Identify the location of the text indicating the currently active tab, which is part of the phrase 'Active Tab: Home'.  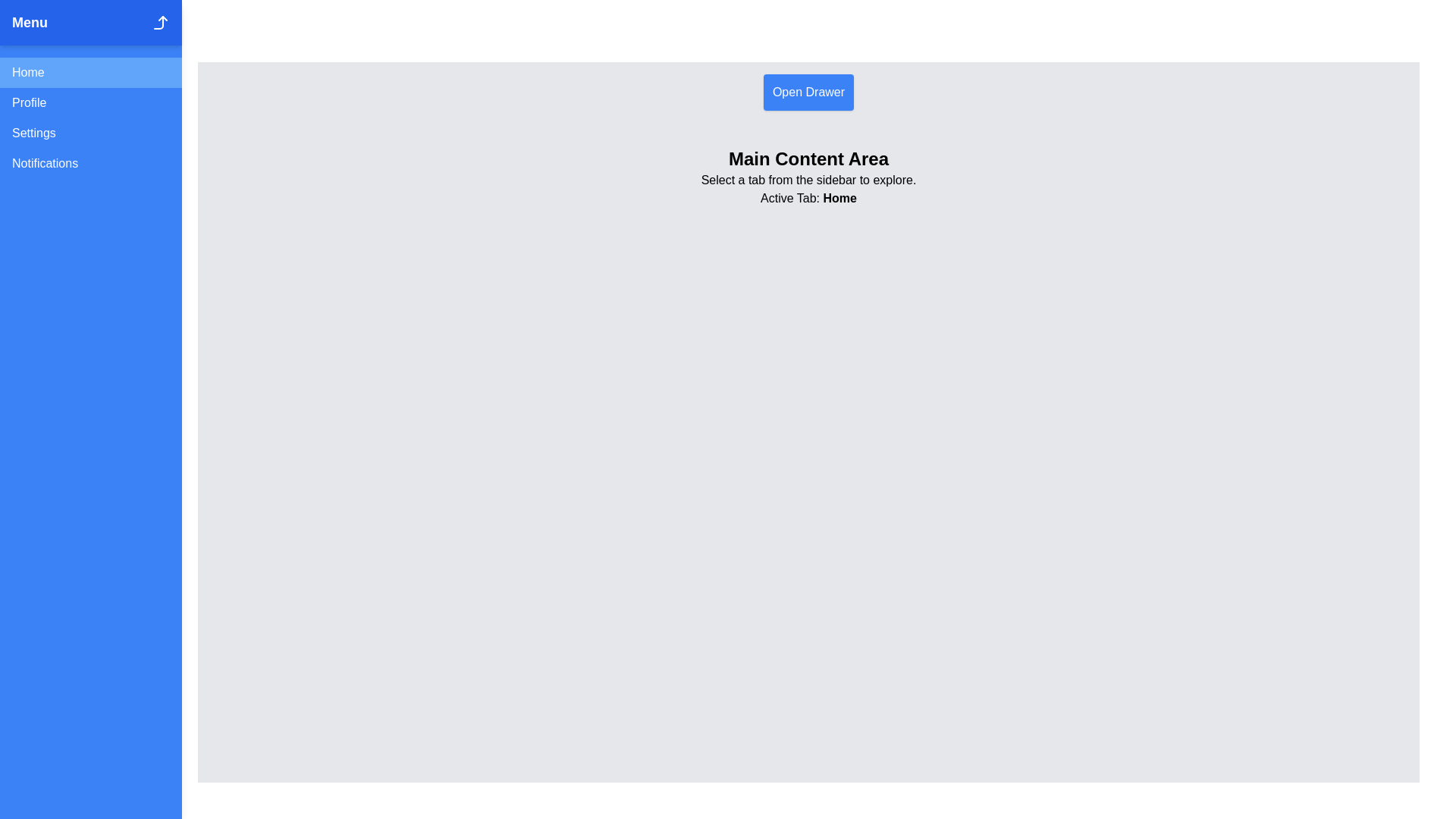
(839, 197).